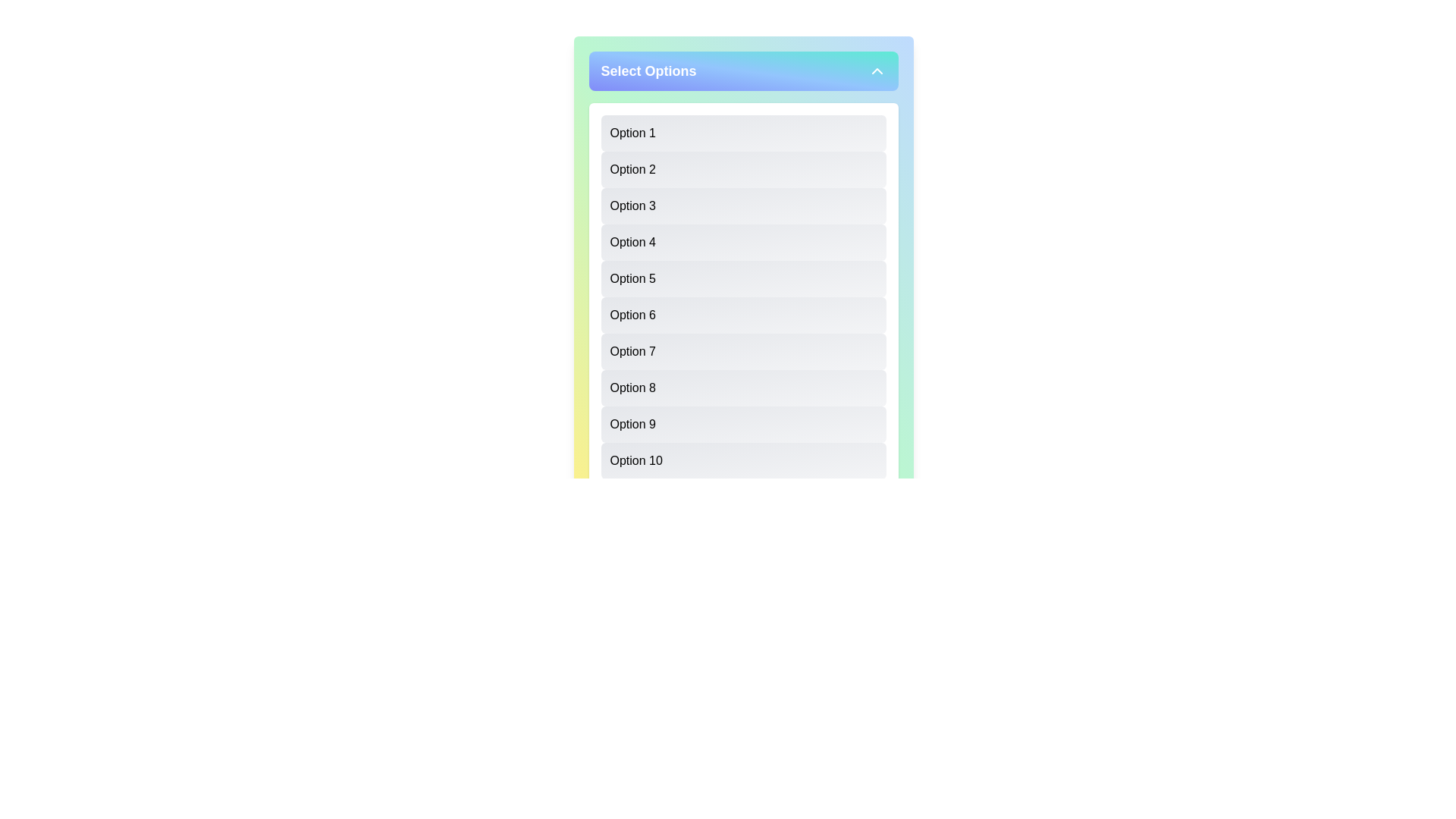 This screenshot has width=1456, height=819. What do you see at coordinates (743, 278) in the screenshot?
I see `the fifth option in the vertical list of ten within the white, rounded, shadowed box titled 'Select Options'` at bounding box center [743, 278].